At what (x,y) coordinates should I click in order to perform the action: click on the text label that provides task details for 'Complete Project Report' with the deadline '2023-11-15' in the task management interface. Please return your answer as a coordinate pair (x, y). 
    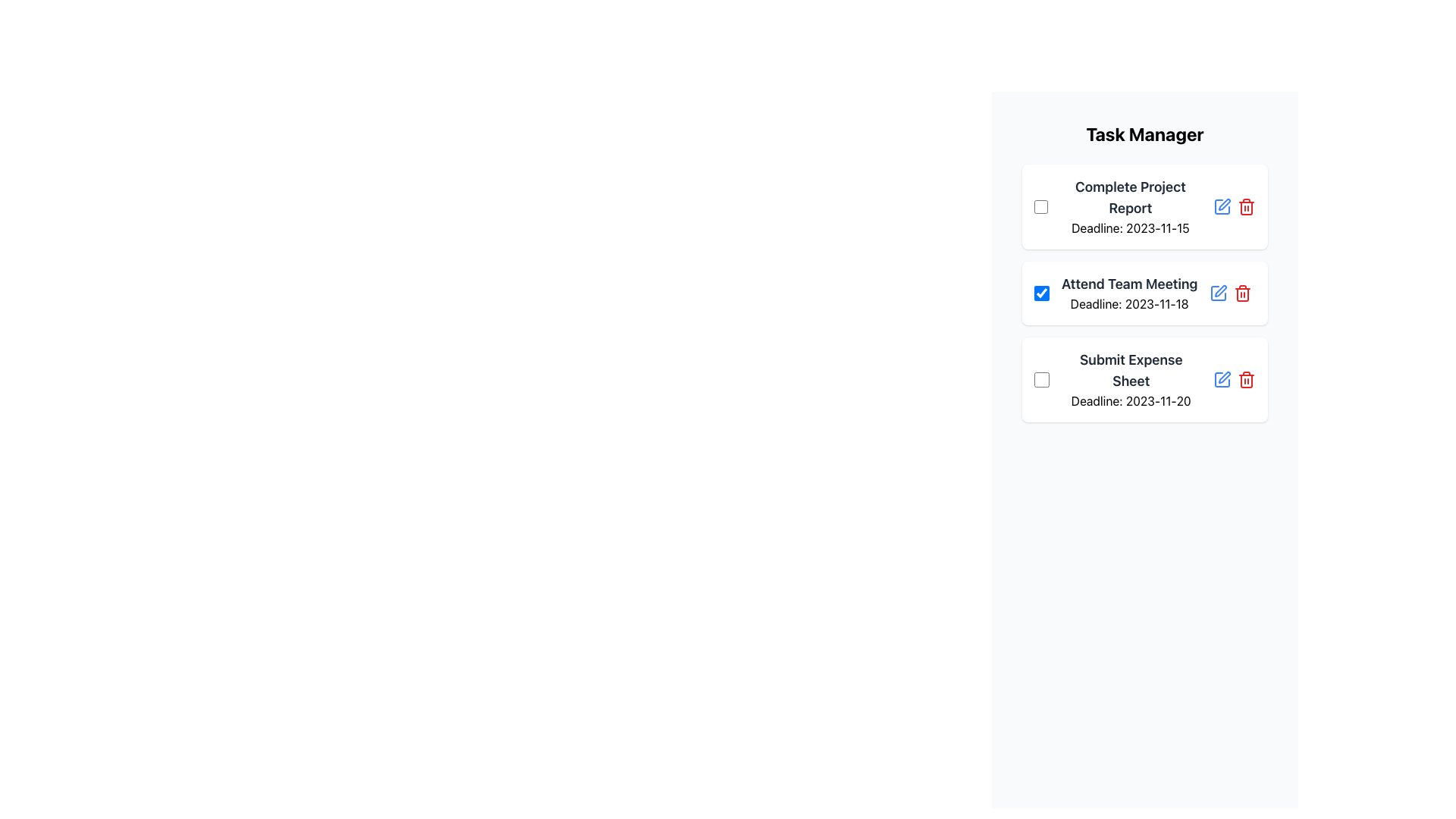
    Looking at the image, I should click on (1131, 207).